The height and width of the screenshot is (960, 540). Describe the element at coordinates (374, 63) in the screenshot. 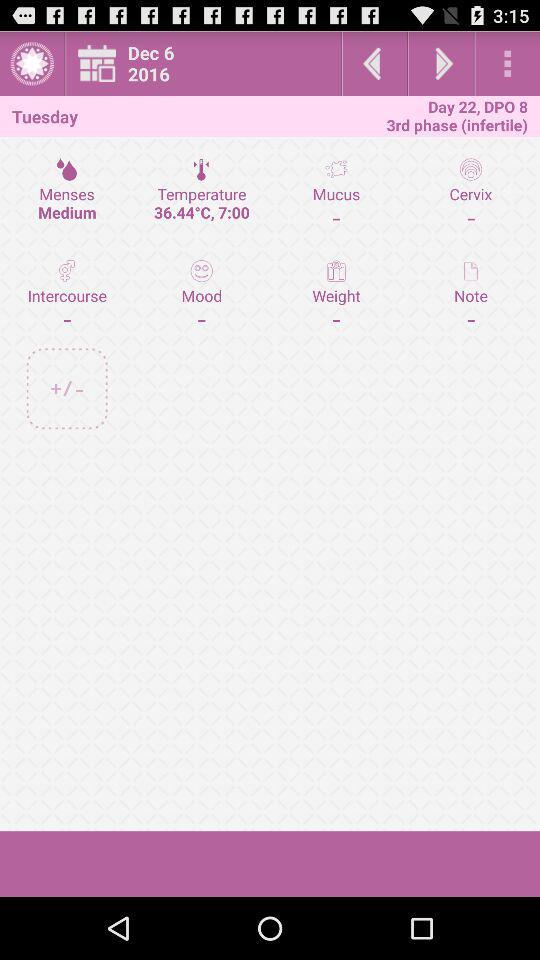

I see `previous` at that location.